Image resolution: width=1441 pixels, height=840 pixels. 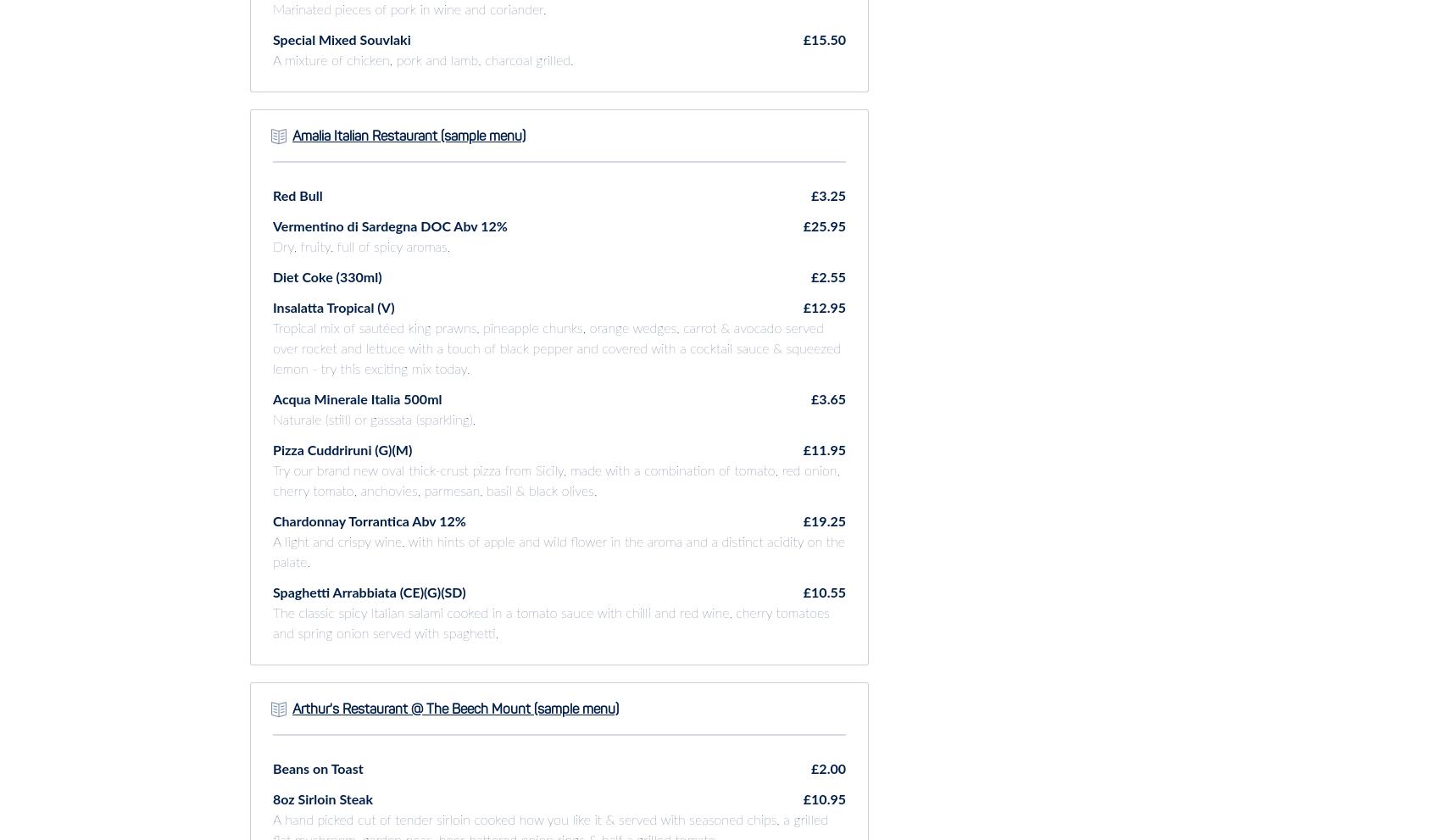 I want to click on '£15.50', so click(x=823, y=39).